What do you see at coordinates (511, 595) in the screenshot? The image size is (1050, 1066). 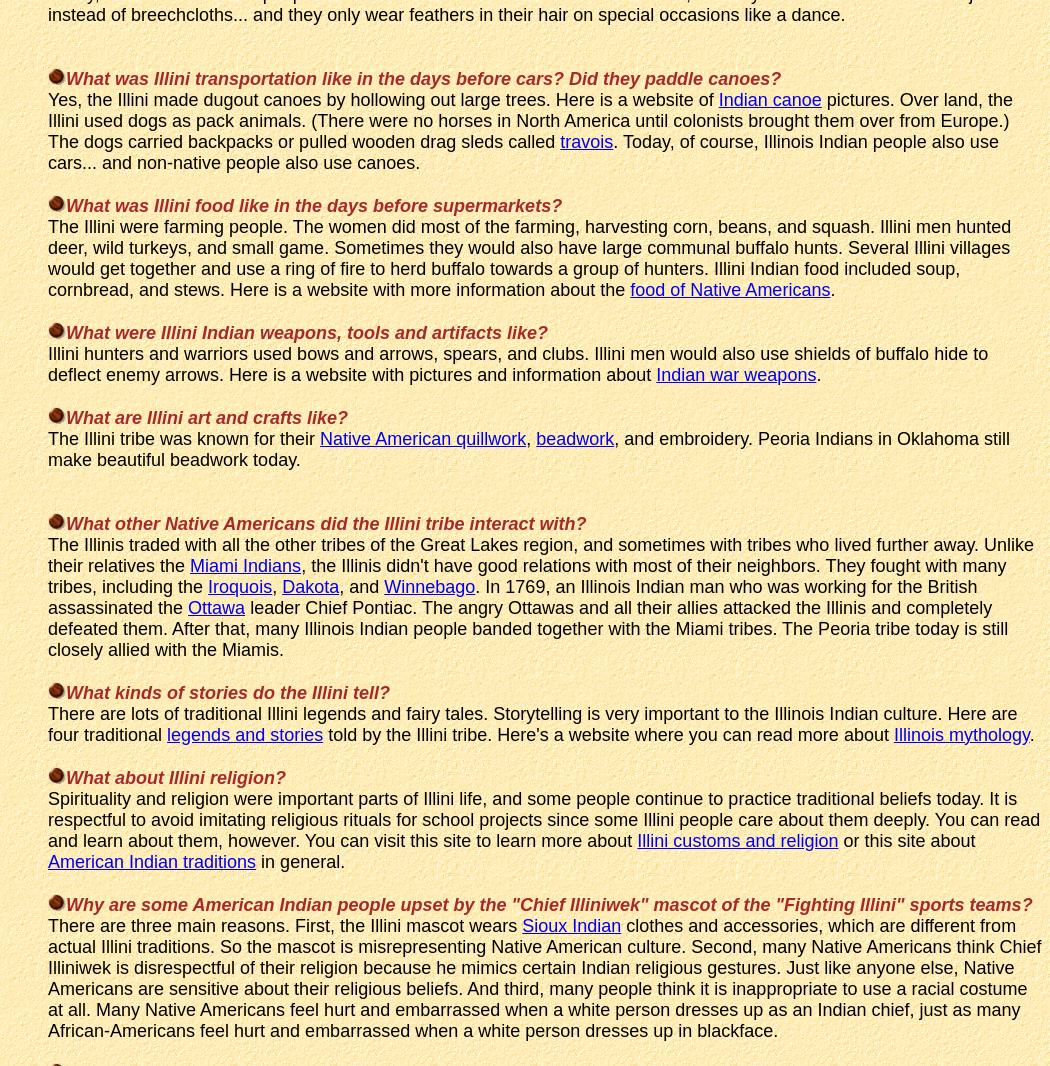 I see `'.
In 1769, an Illinois Indian man who was working for the British assassinated the'` at bounding box center [511, 595].